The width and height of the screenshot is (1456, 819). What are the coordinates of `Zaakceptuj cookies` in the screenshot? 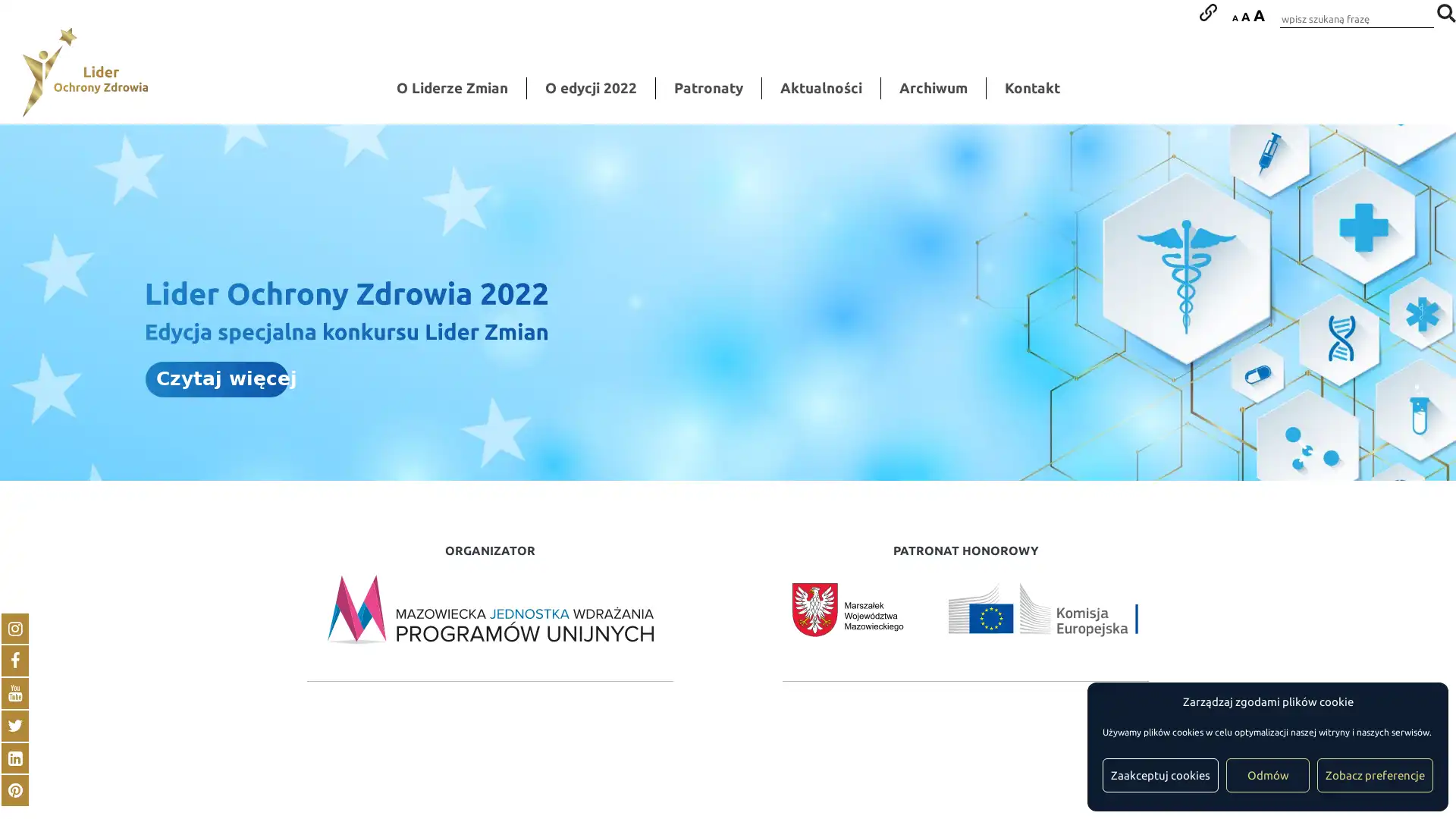 It's located at (1159, 775).